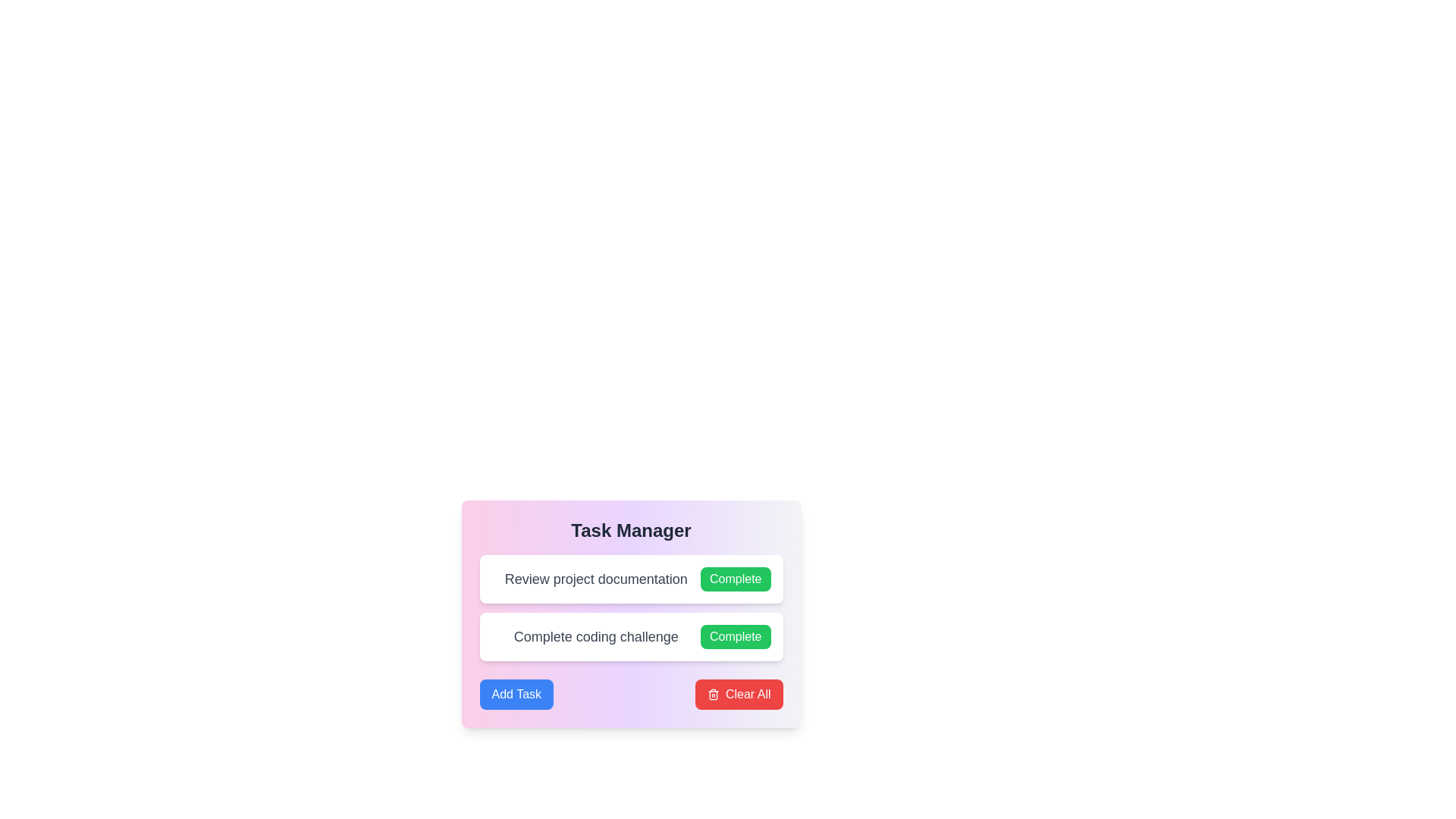 The width and height of the screenshot is (1456, 819). What do you see at coordinates (516, 694) in the screenshot?
I see `the rectangular button with a blue background and 'Add Task' text to change its background color` at bounding box center [516, 694].